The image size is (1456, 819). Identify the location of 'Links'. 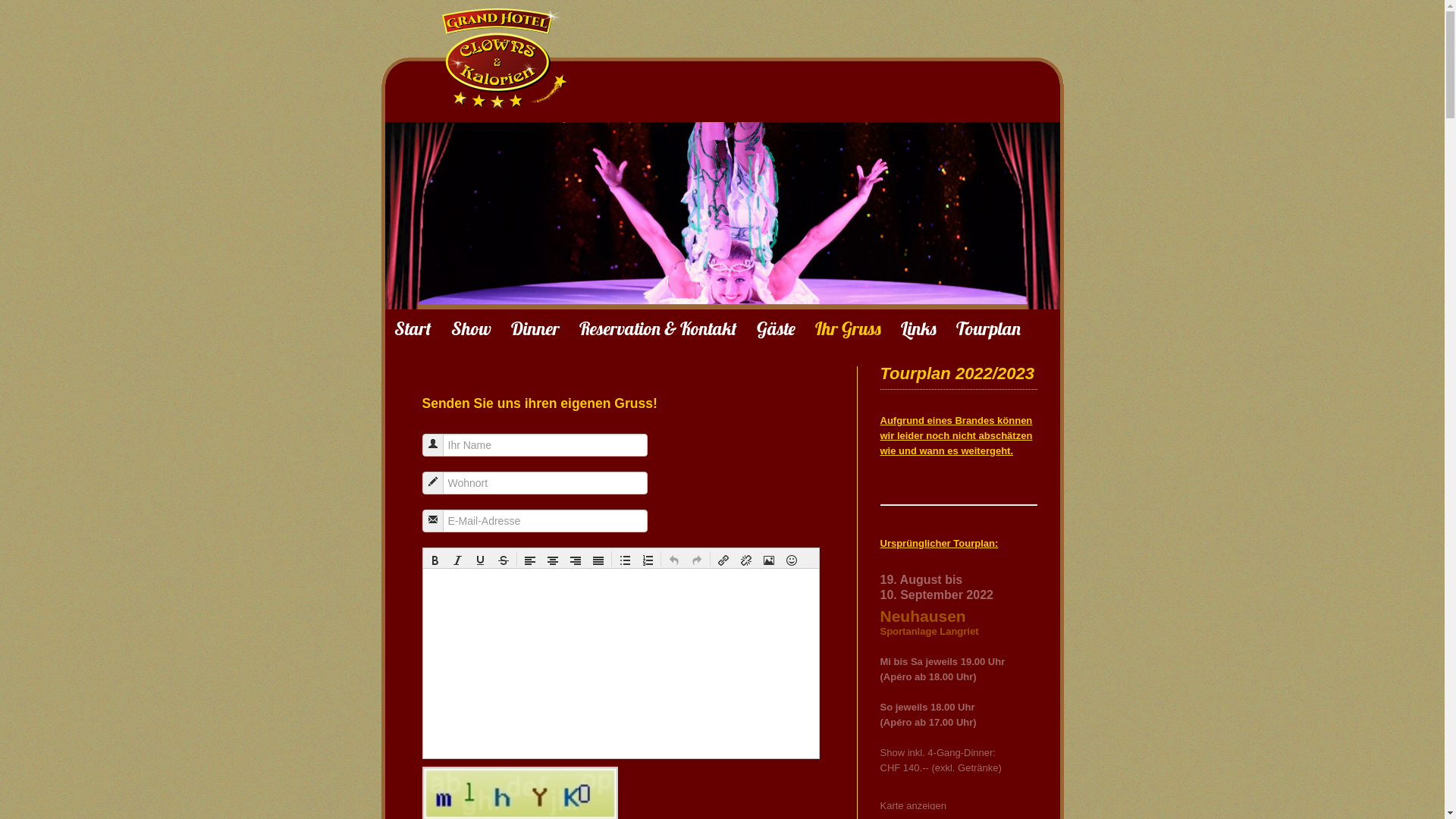
(901, 327).